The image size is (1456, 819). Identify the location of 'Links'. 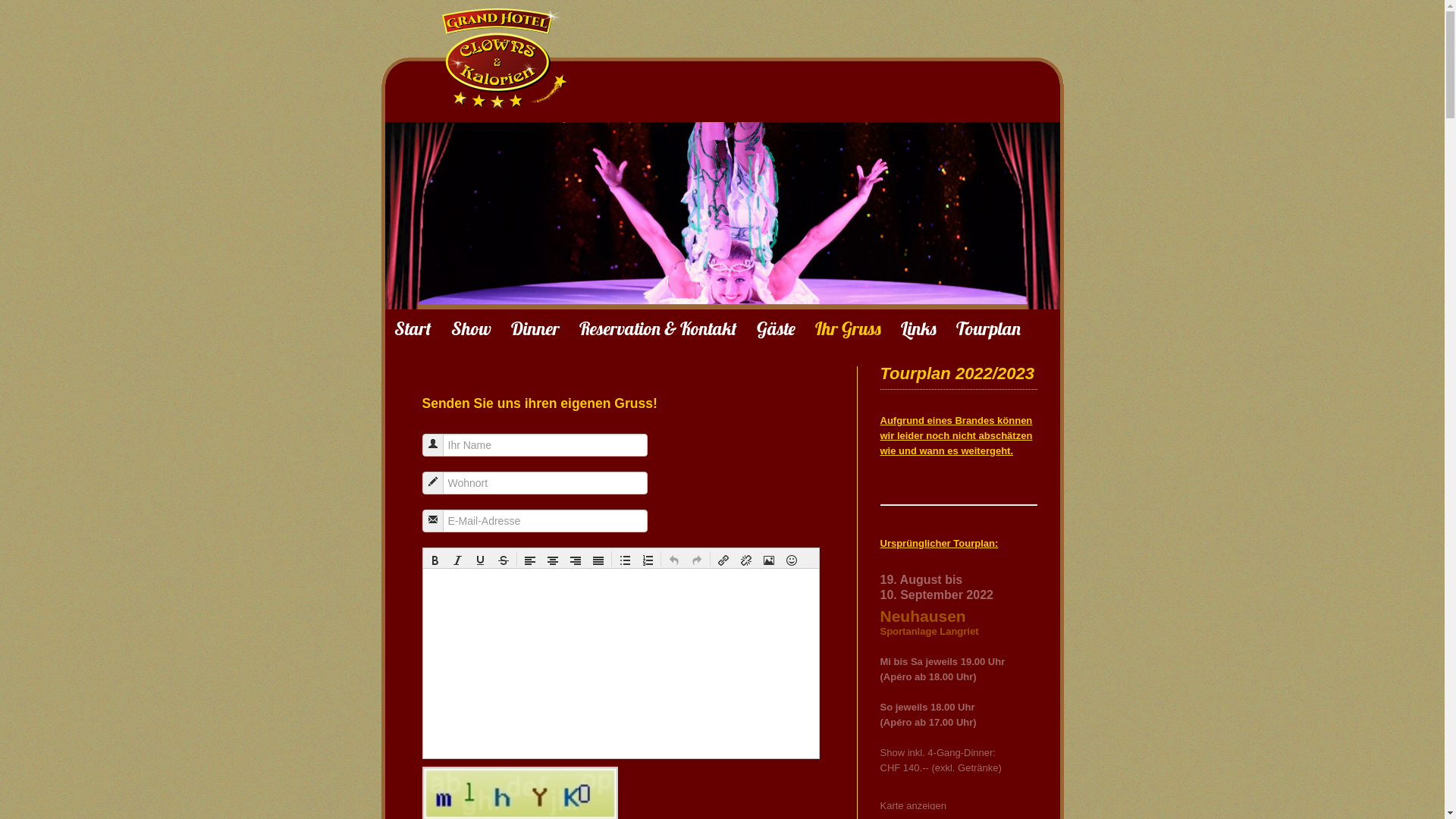
(901, 327).